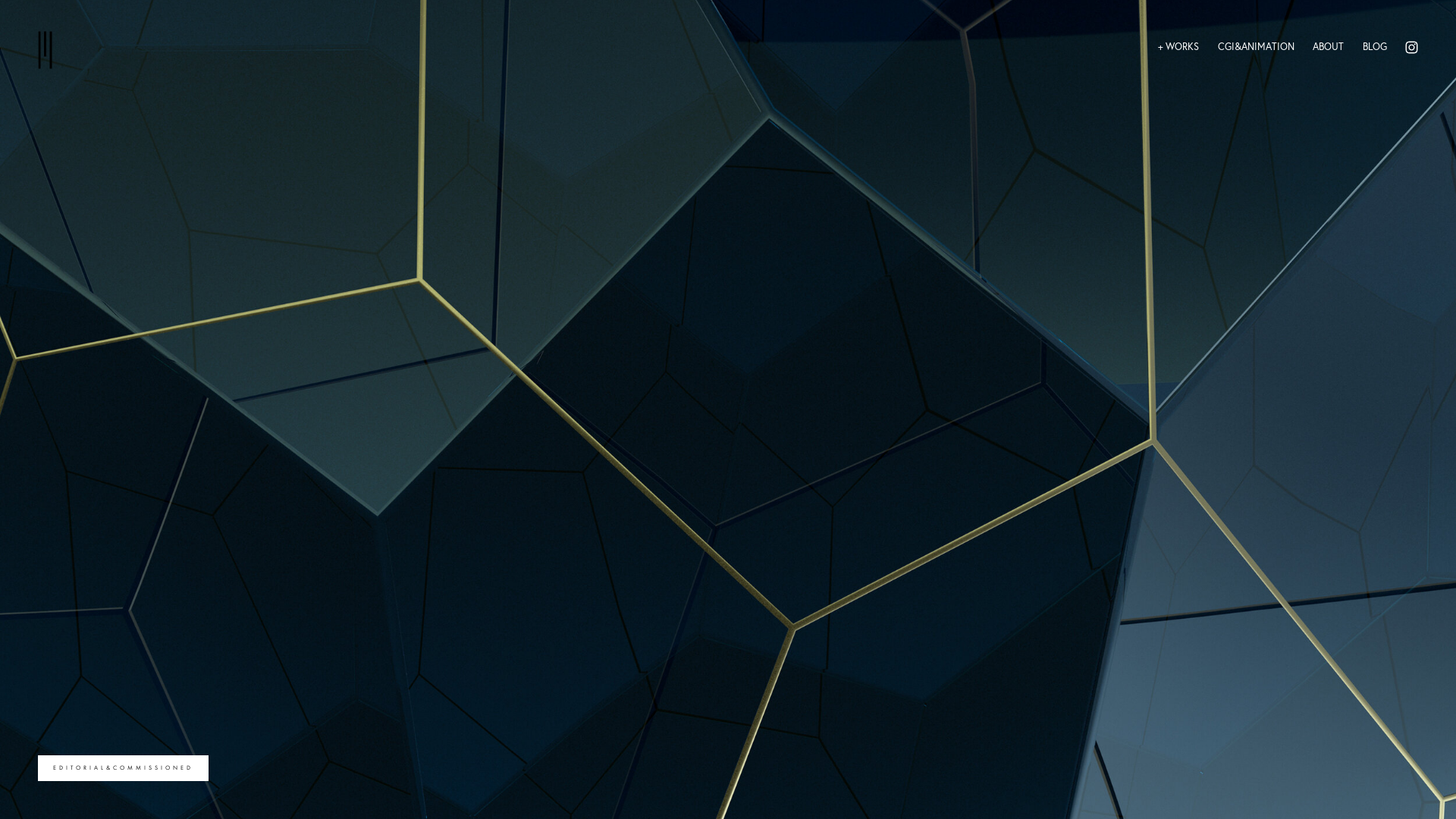 Image resolution: width=1456 pixels, height=819 pixels. What do you see at coordinates (1327, 45) in the screenshot?
I see `'ABOUT'` at bounding box center [1327, 45].